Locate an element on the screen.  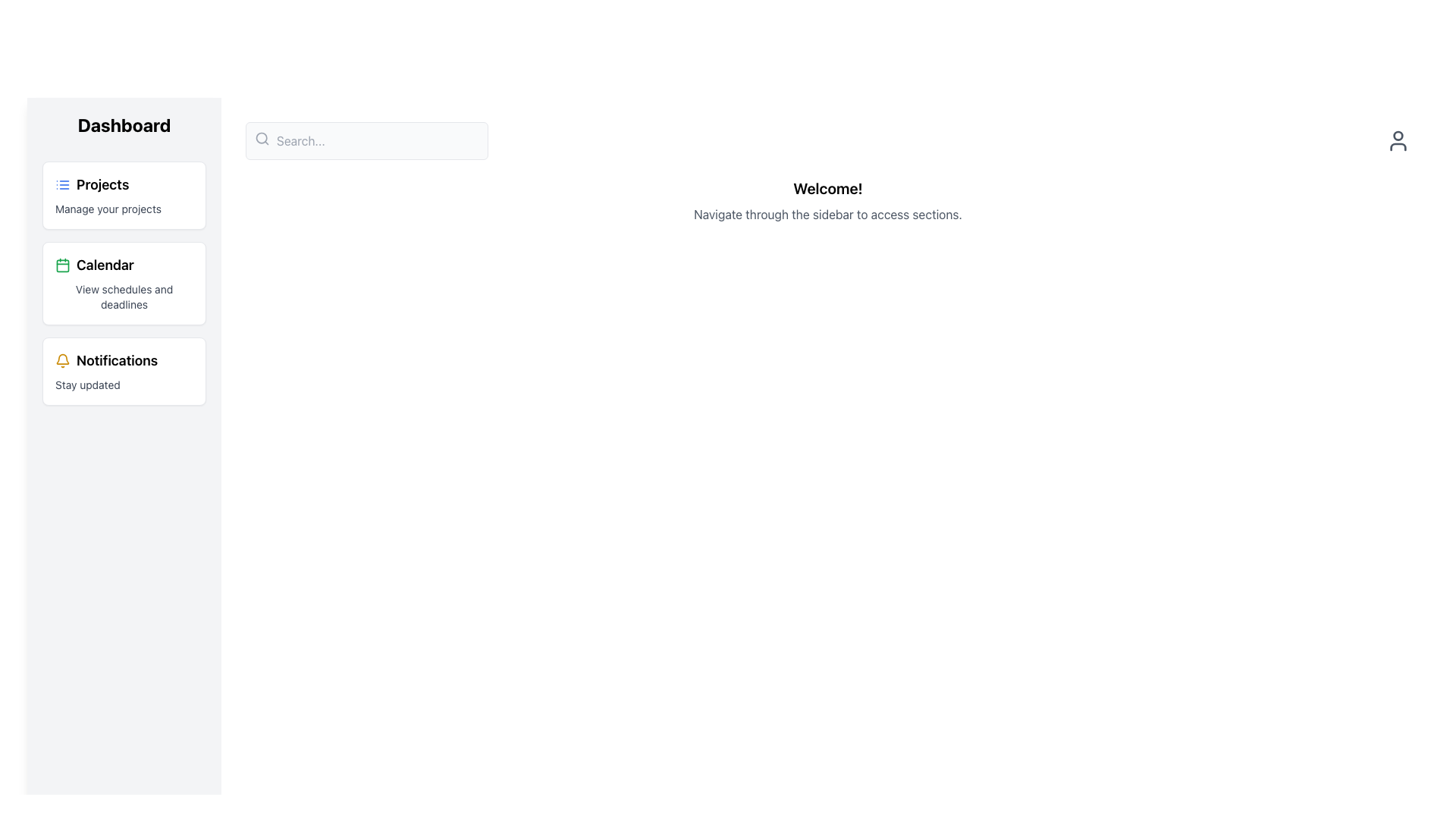
the text block containing the sentence 'Navigate through the sidebar is located at coordinates (827, 214).